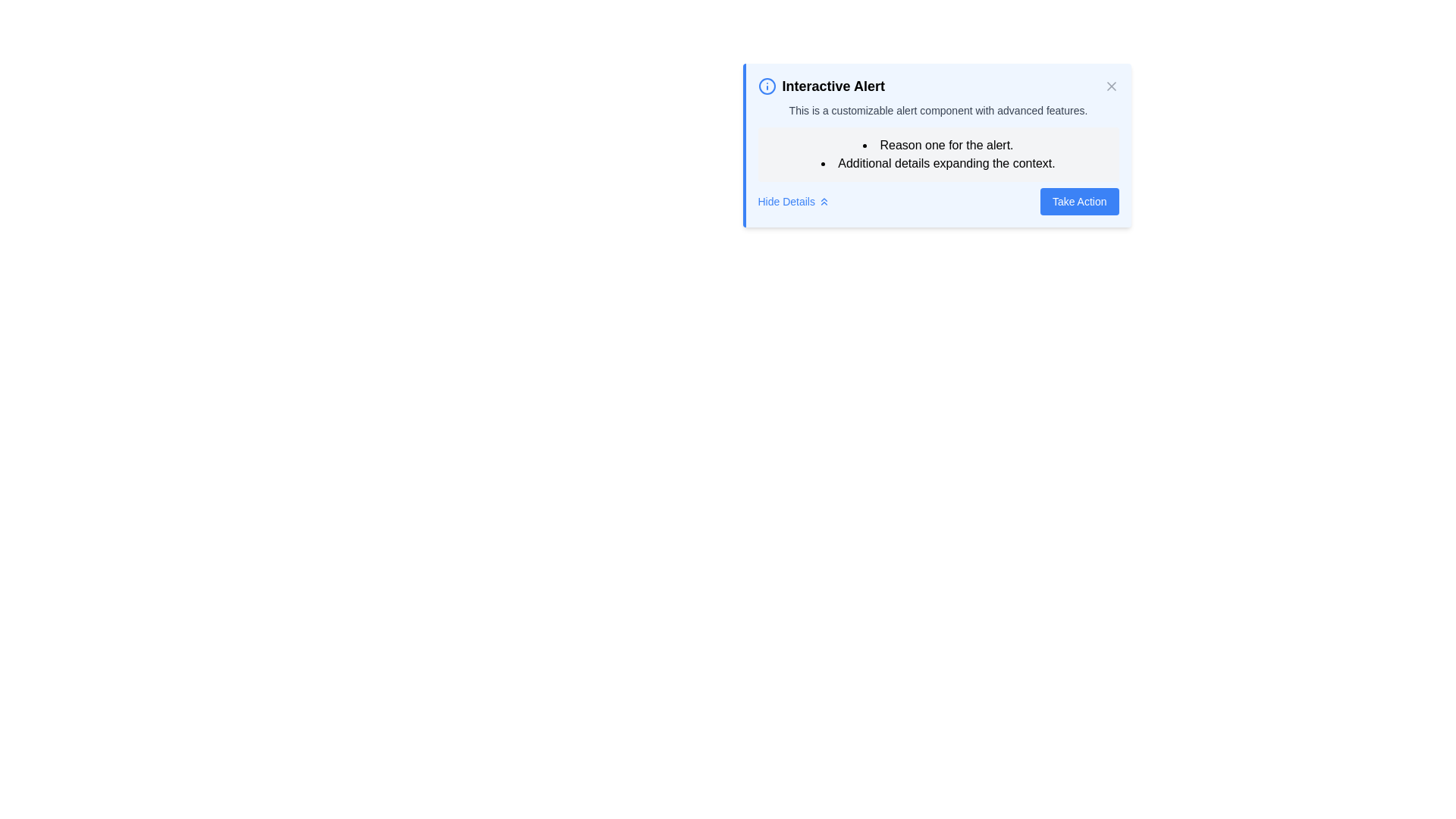  I want to click on the decorative circular element of the information icon located at the top-left corner of the alert component, next to the title 'Interactive Alert', so click(767, 86).